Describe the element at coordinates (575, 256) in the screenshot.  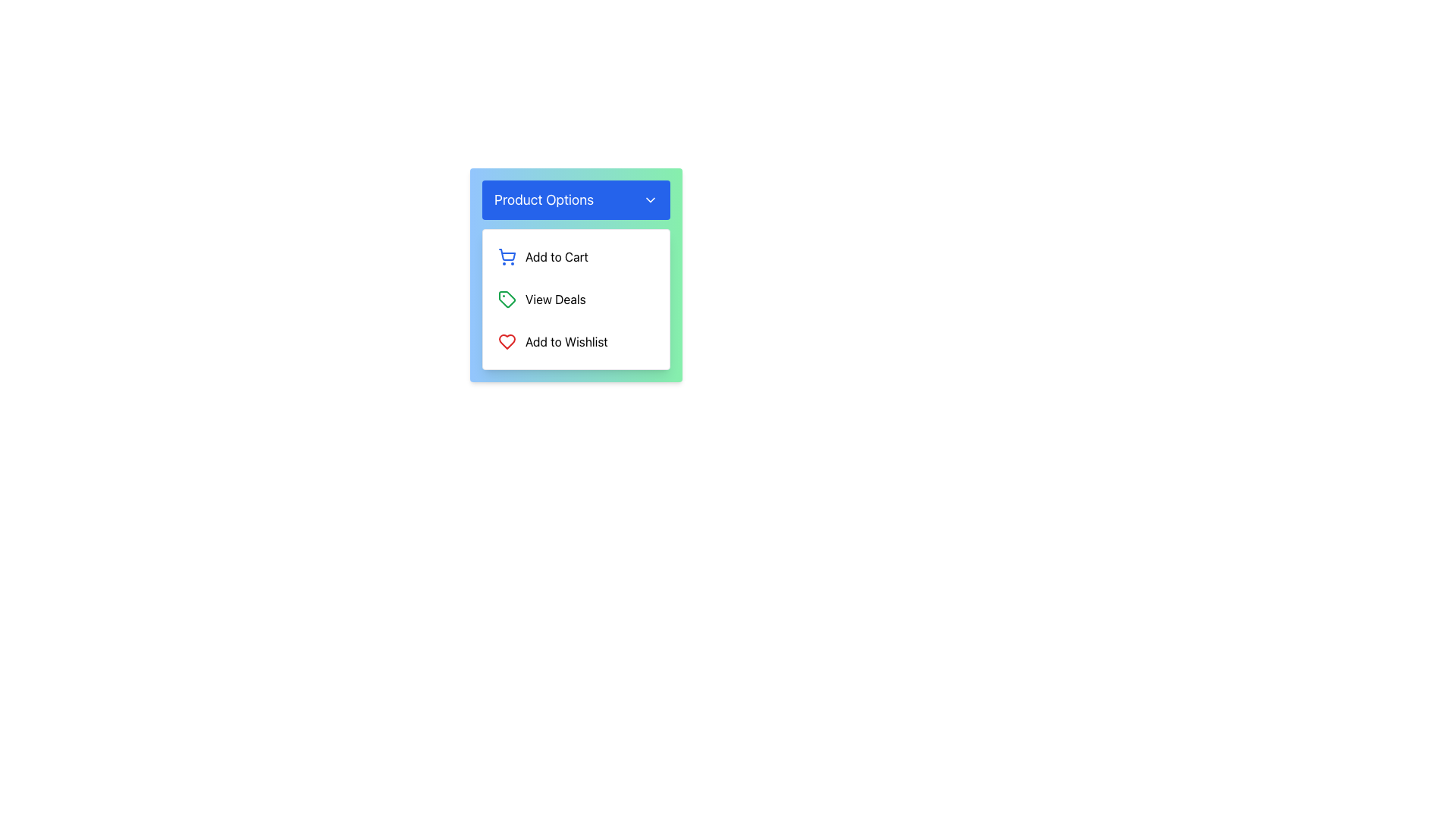
I see `the 'Add to Cart' button with a shopping cart icon to trigger a background color change` at that location.